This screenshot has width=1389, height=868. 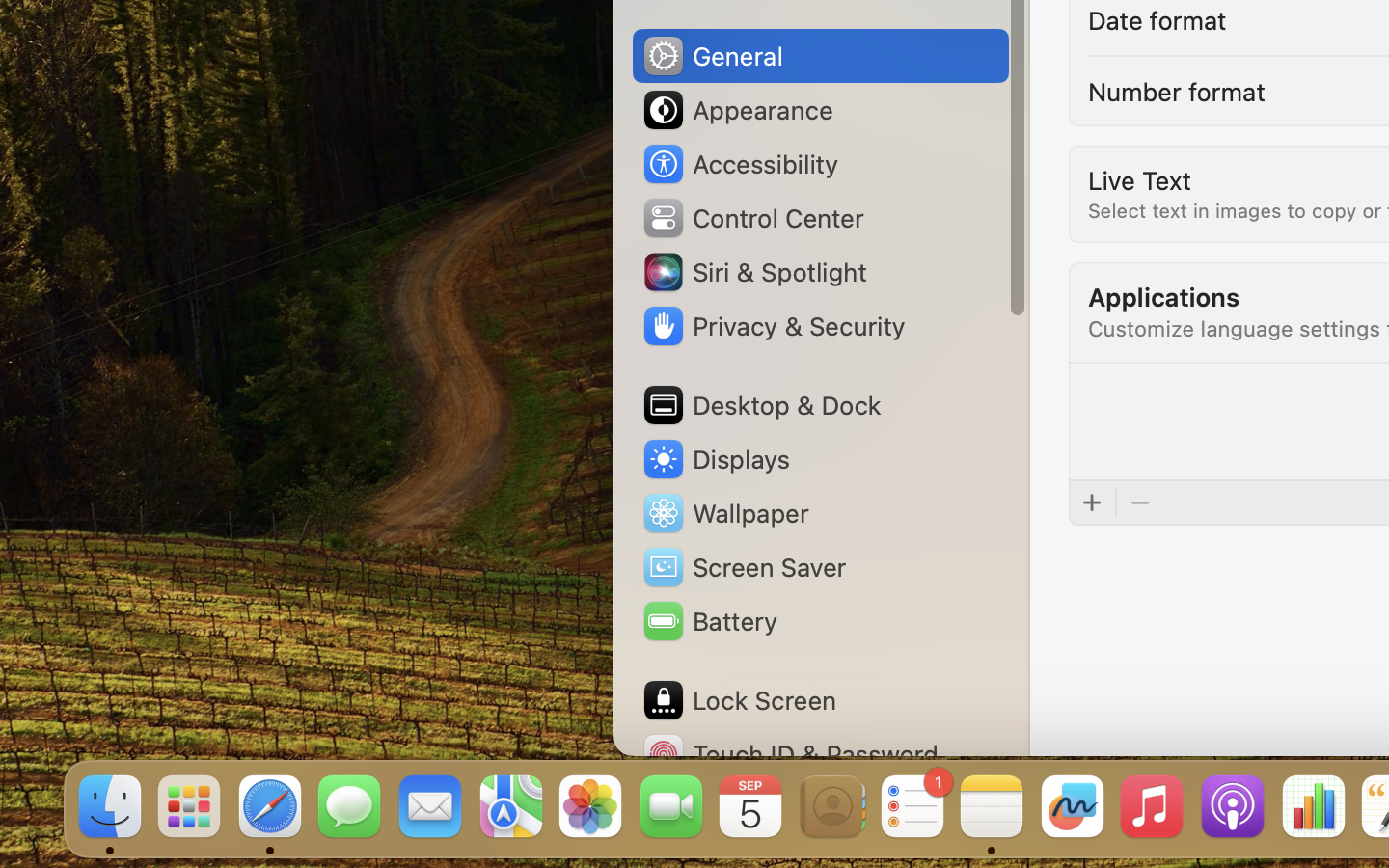 What do you see at coordinates (737, 699) in the screenshot?
I see `'Lock Screen'` at bounding box center [737, 699].